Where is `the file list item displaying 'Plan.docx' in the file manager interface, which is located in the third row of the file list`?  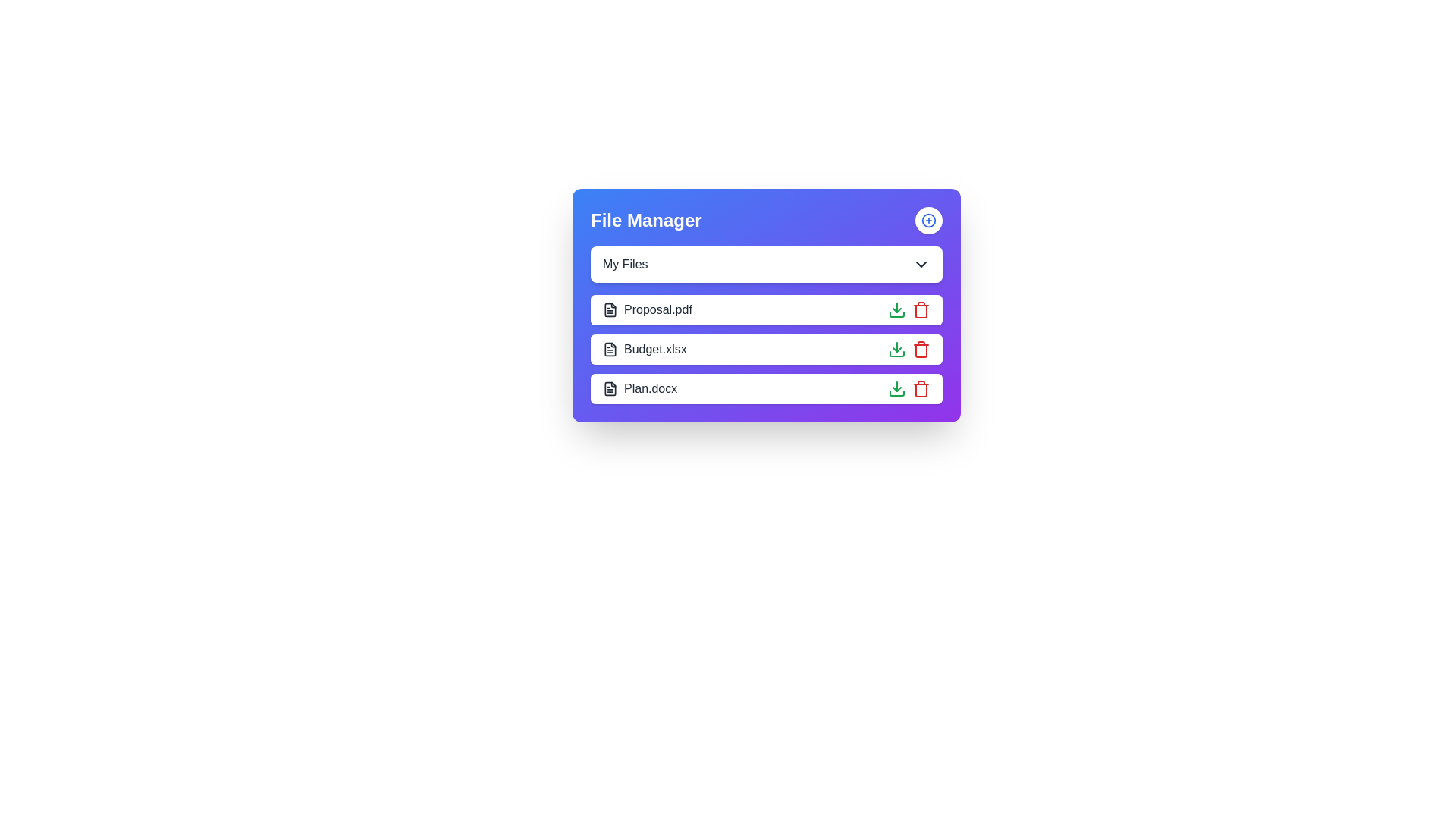 the file list item displaying 'Plan.docx' in the file manager interface, which is located in the third row of the file list is located at coordinates (767, 388).